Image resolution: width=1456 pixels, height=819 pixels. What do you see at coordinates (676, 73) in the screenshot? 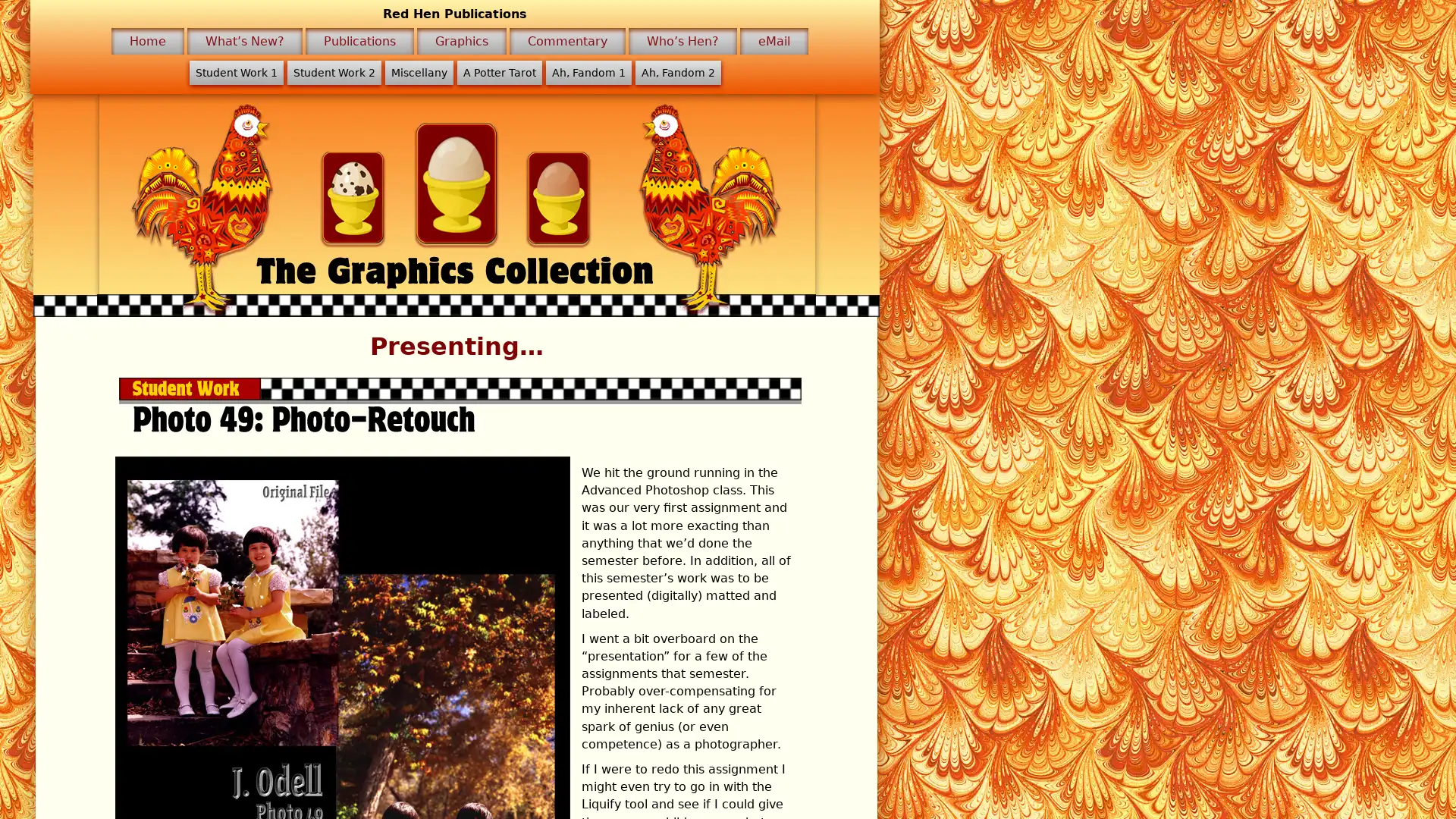
I see `Ah, Fandom 2` at bounding box center [676, 73].